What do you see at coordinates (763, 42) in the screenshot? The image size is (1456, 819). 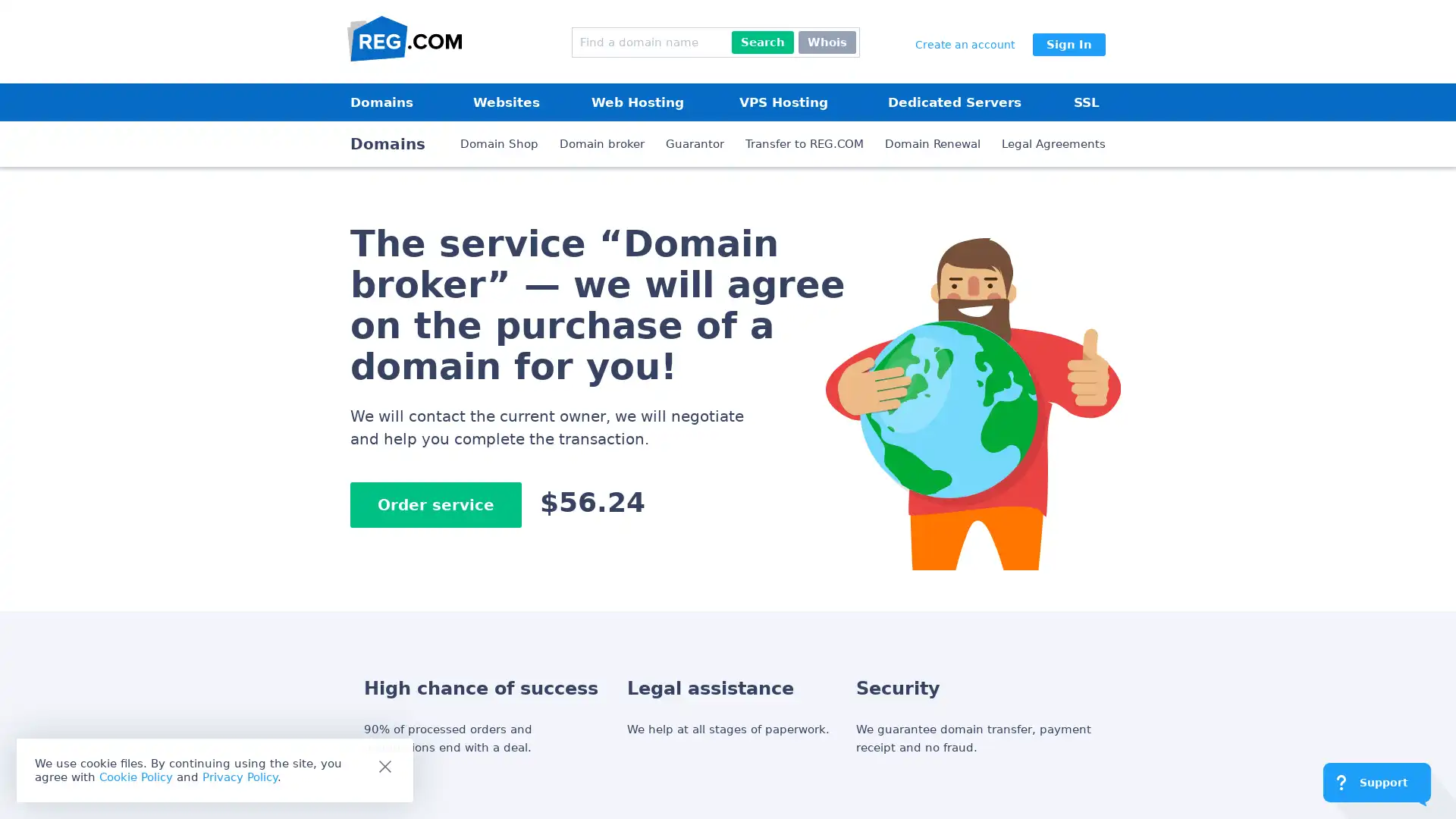 I see `Search` at bounding box center [763, 42].